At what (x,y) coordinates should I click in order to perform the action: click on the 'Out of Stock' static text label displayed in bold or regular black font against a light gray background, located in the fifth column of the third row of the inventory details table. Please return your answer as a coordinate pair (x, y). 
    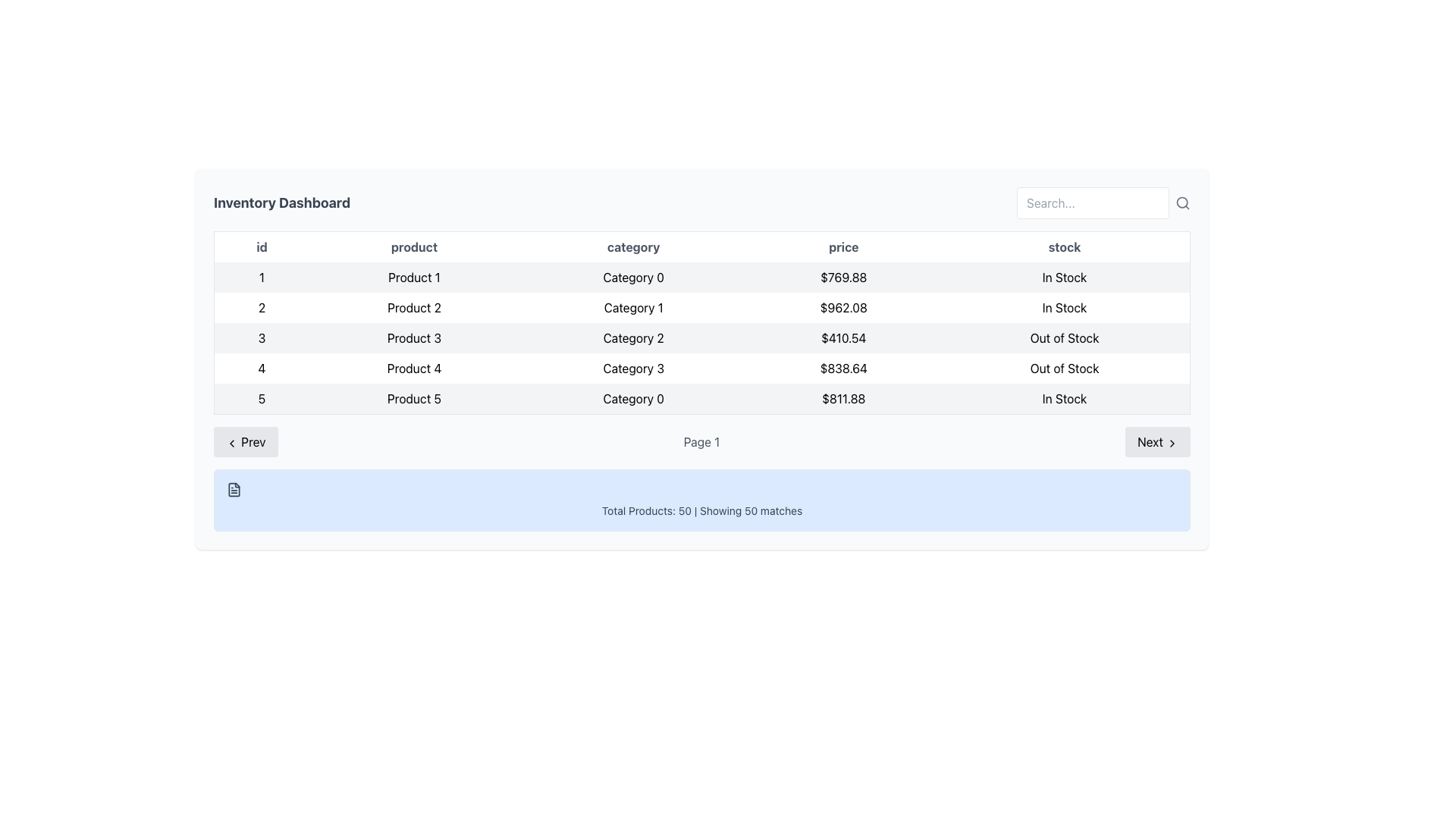
    Looking at the image, I should click on (1064, 337).